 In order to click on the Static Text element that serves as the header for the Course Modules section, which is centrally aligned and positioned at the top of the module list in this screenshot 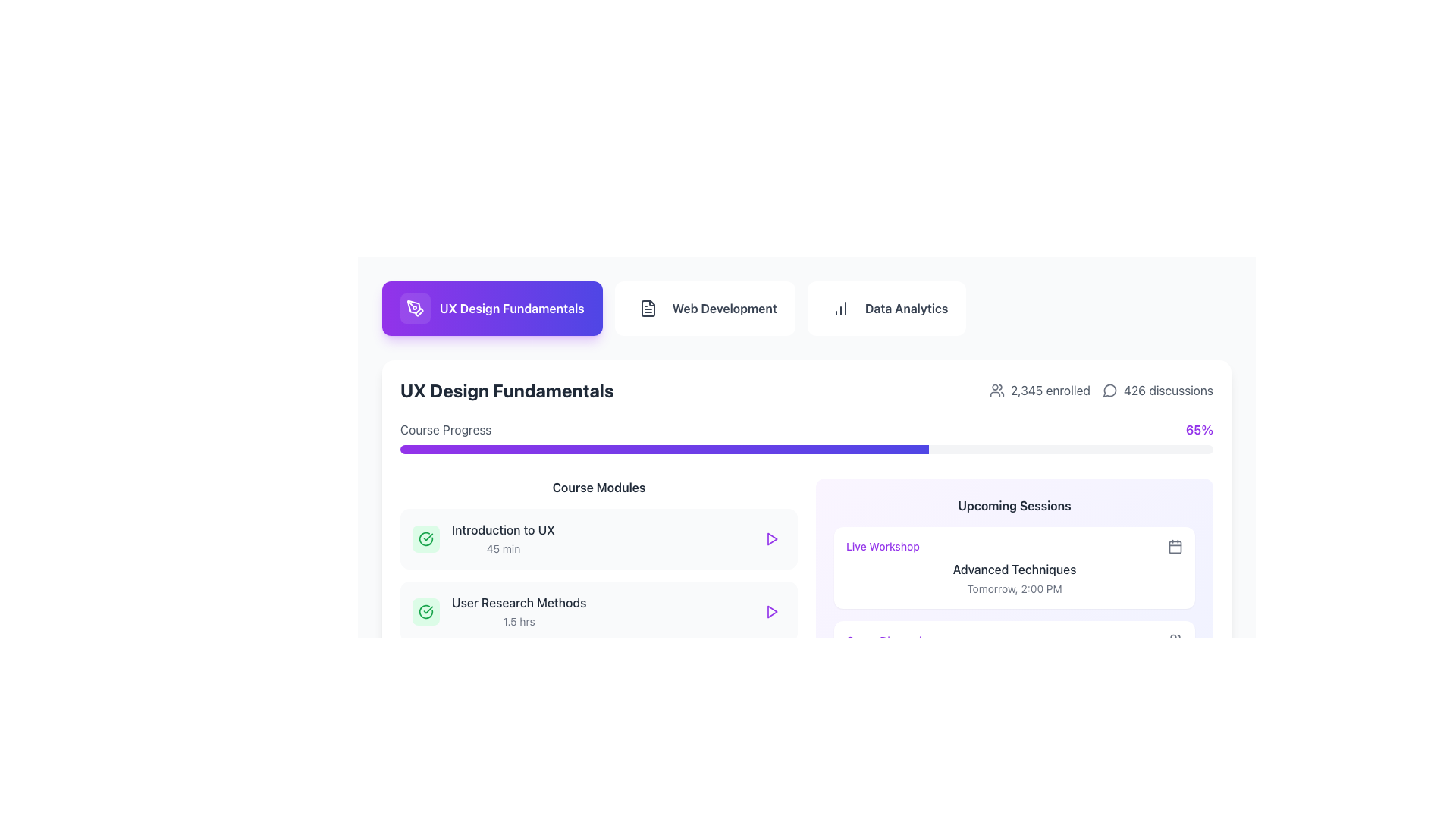, I will do `click(598, 488)`.